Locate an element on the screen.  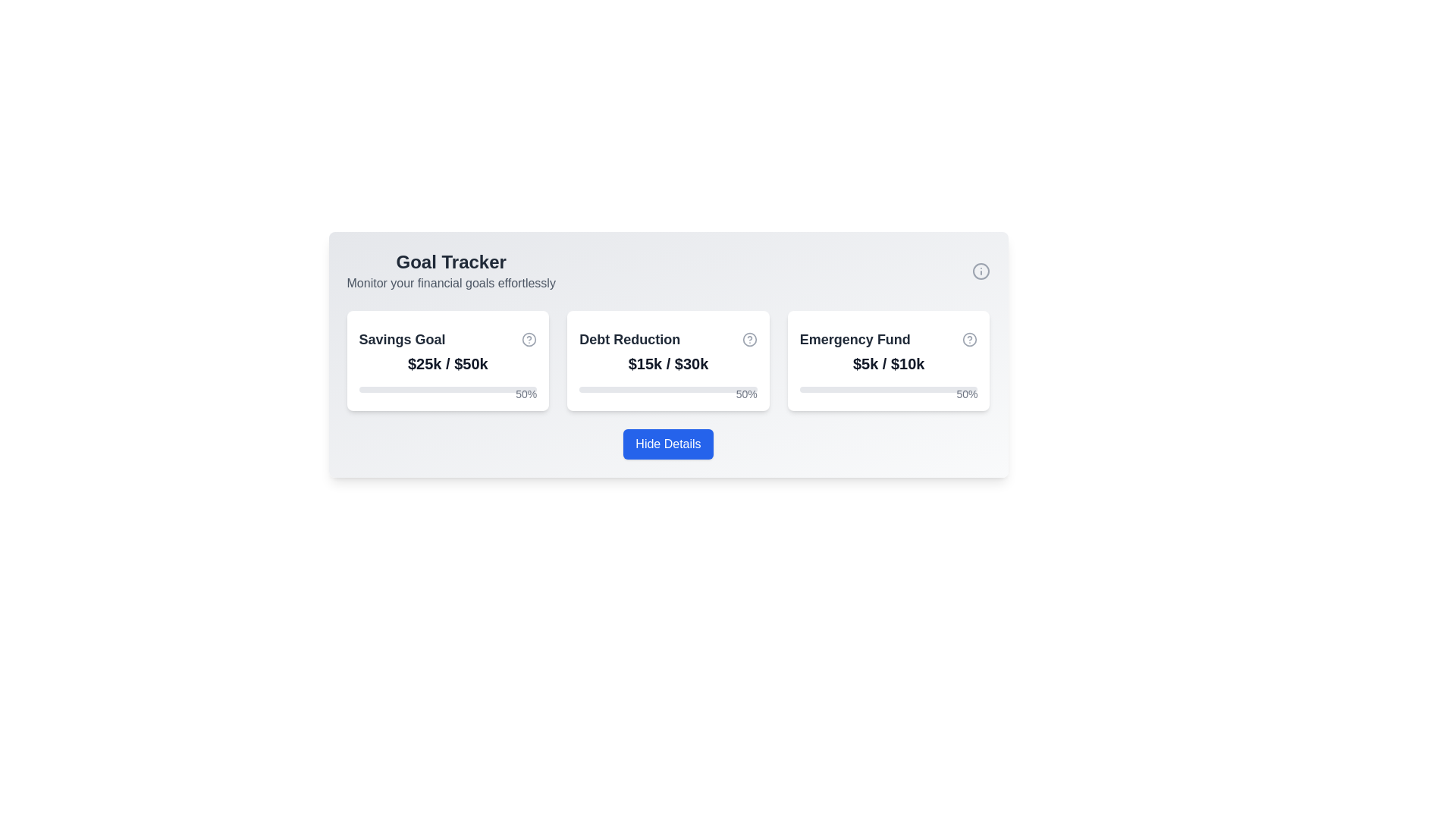
the button located at the bottom of the 'Goal Tracker' panel is located at coordinates (667, 444).